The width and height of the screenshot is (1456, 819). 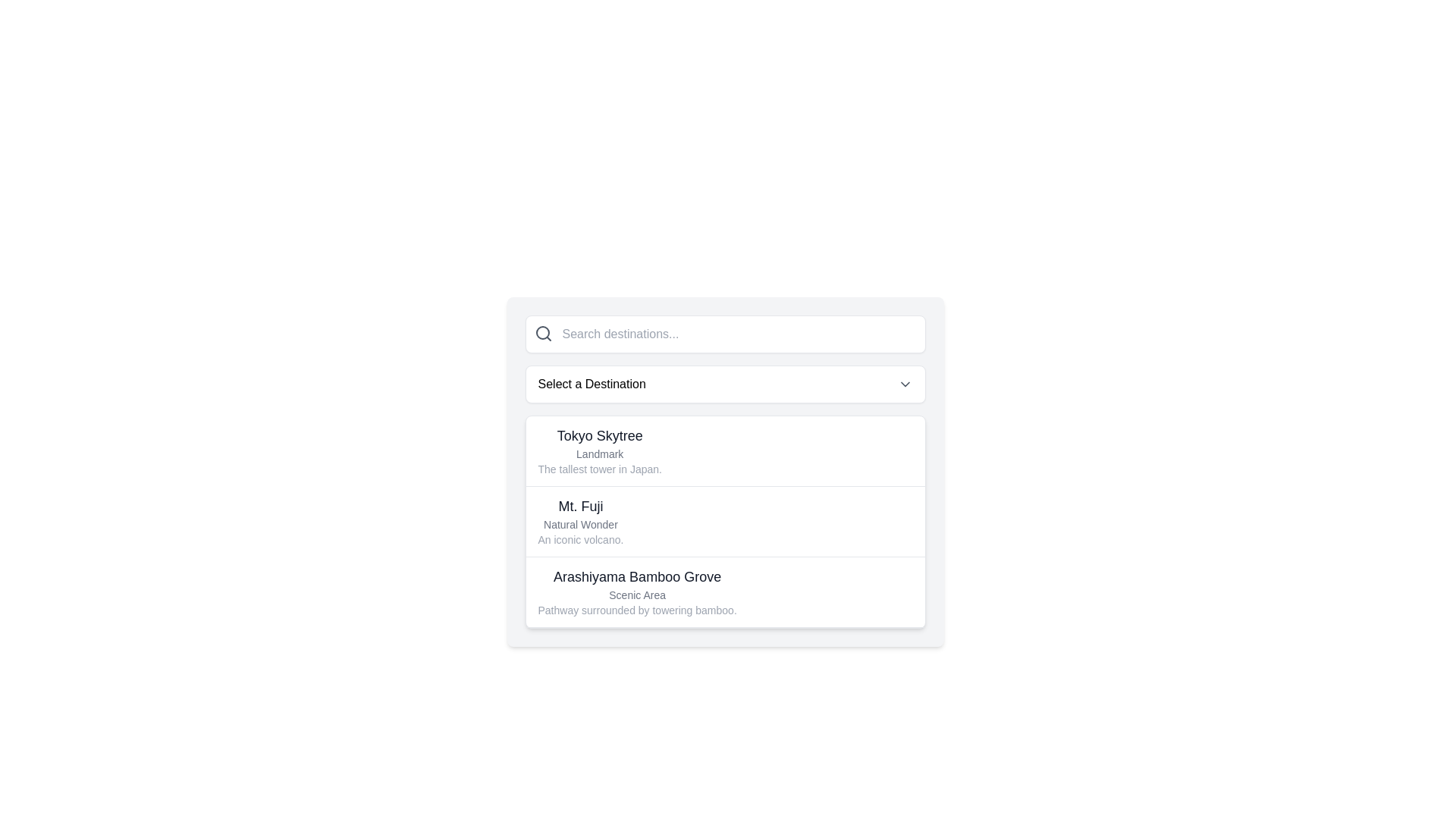 What do you see at coordinates (599, 450) in the screenshot?
I see `the list item for 'Tokyo Skytree', which has a bold header, smaller subtext 'Landmark', and a descriptive line about being the tallest tower in Japan` at bounding box center [599, 450].